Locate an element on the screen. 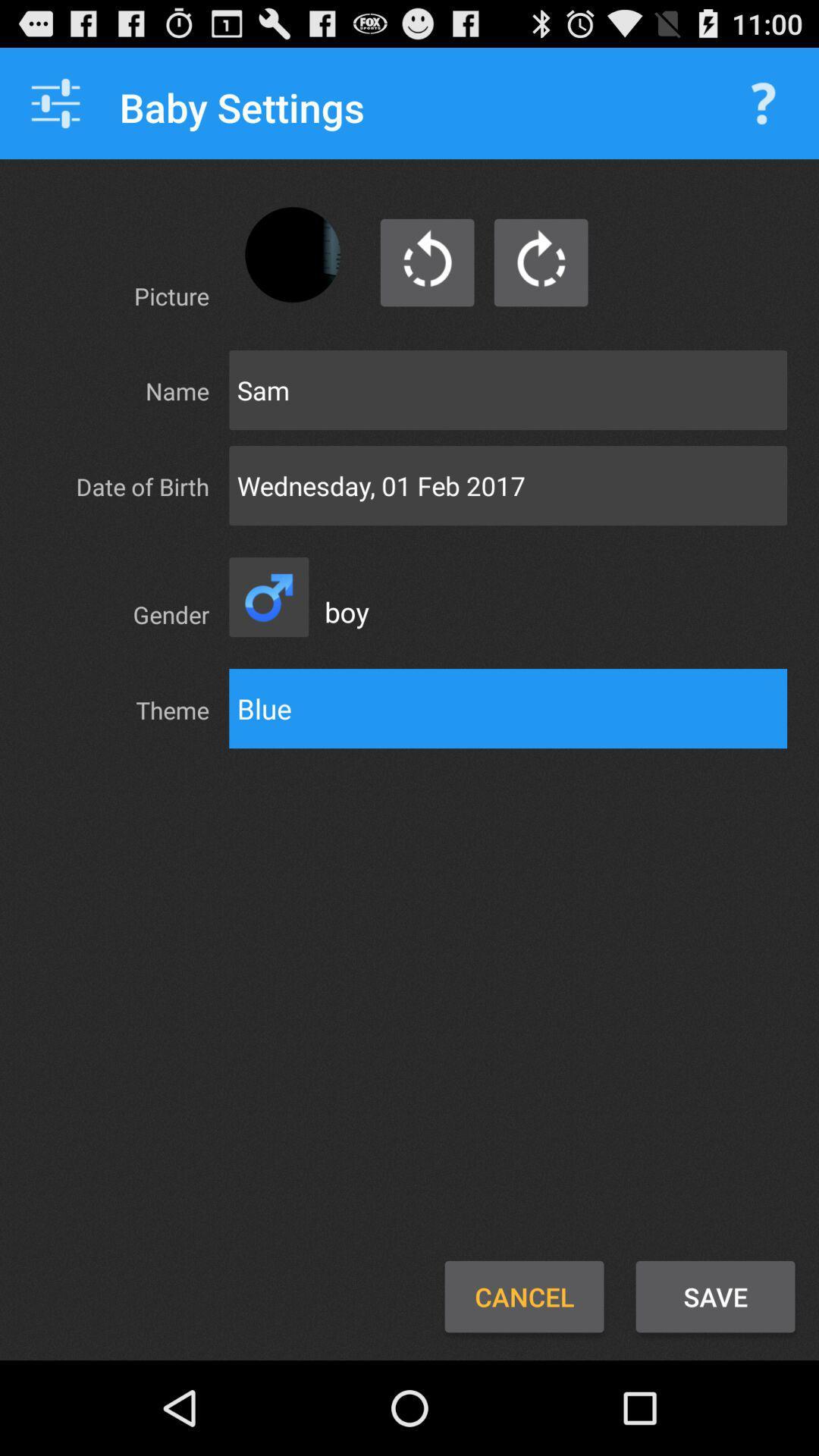  change picture is located at coordinates (293, 255).